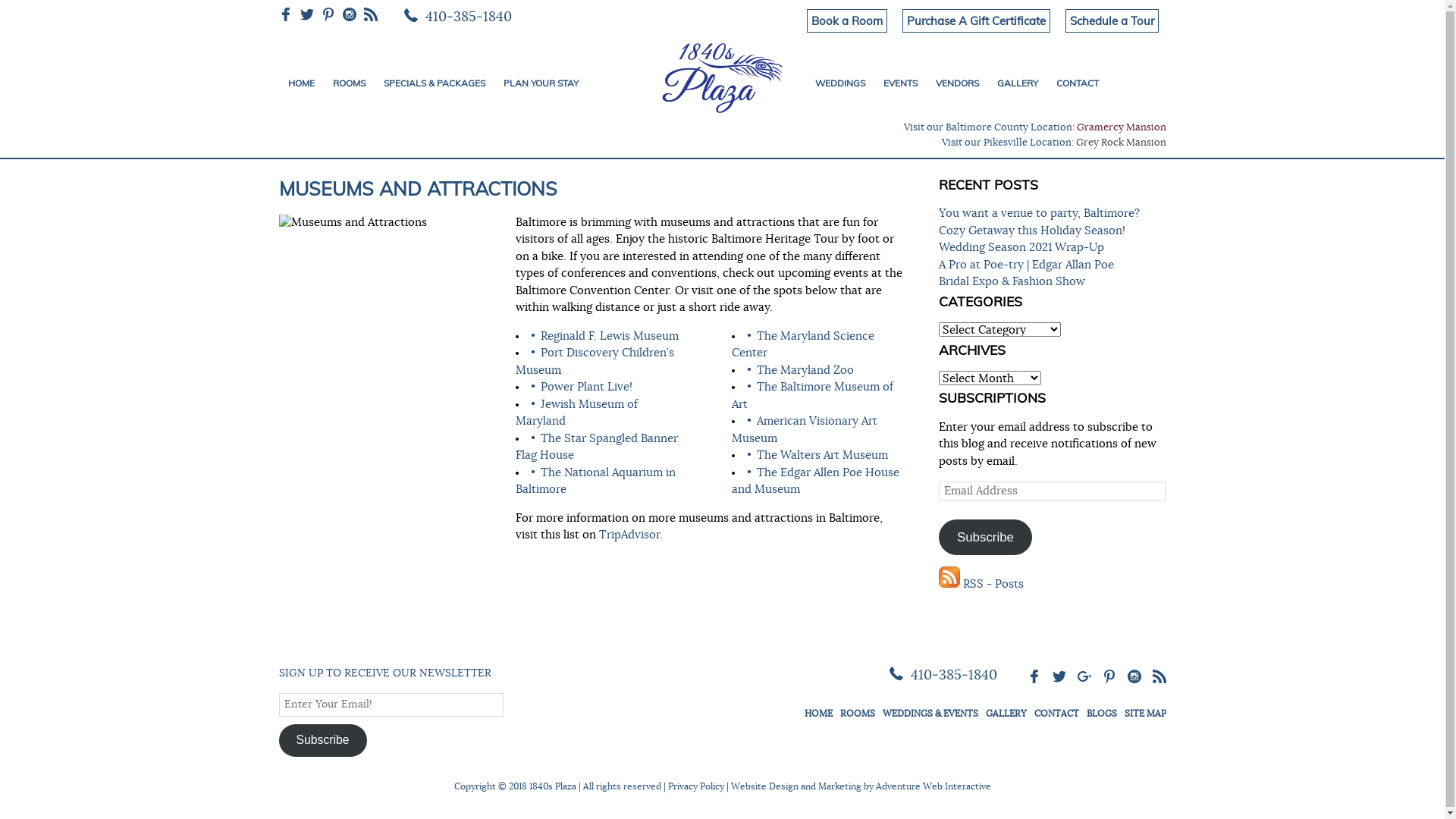 The height and width of the screenshot is (819, 1456). What do you see at coordinates (1111, 20) in the screenshot?
I see `'Schedule a Tour'` at bounding box center [1111, 20].